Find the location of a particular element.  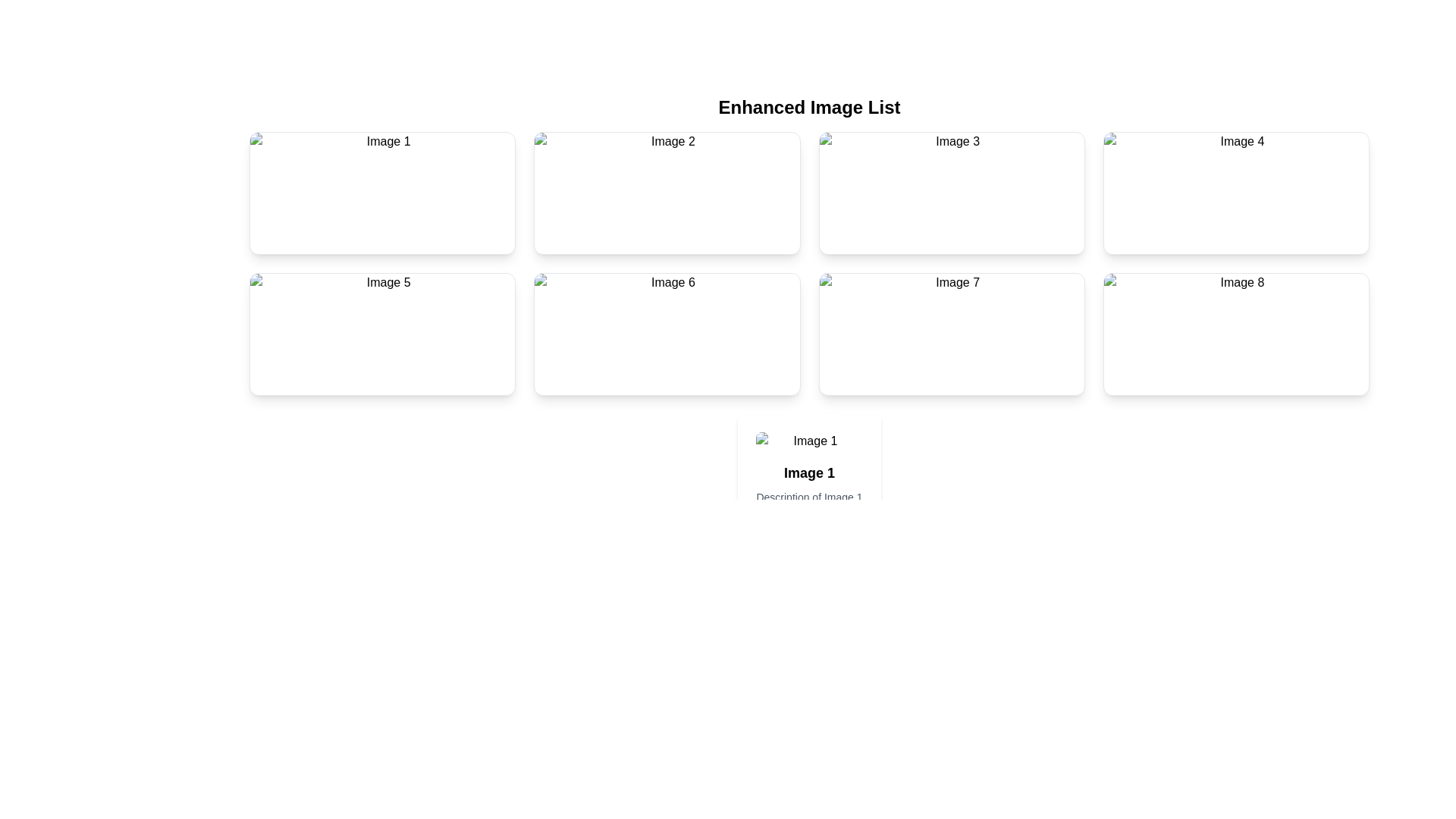

the static image that serves as a placeholder in the first row and second column of the grid layout is located at coordinates (667, 192).